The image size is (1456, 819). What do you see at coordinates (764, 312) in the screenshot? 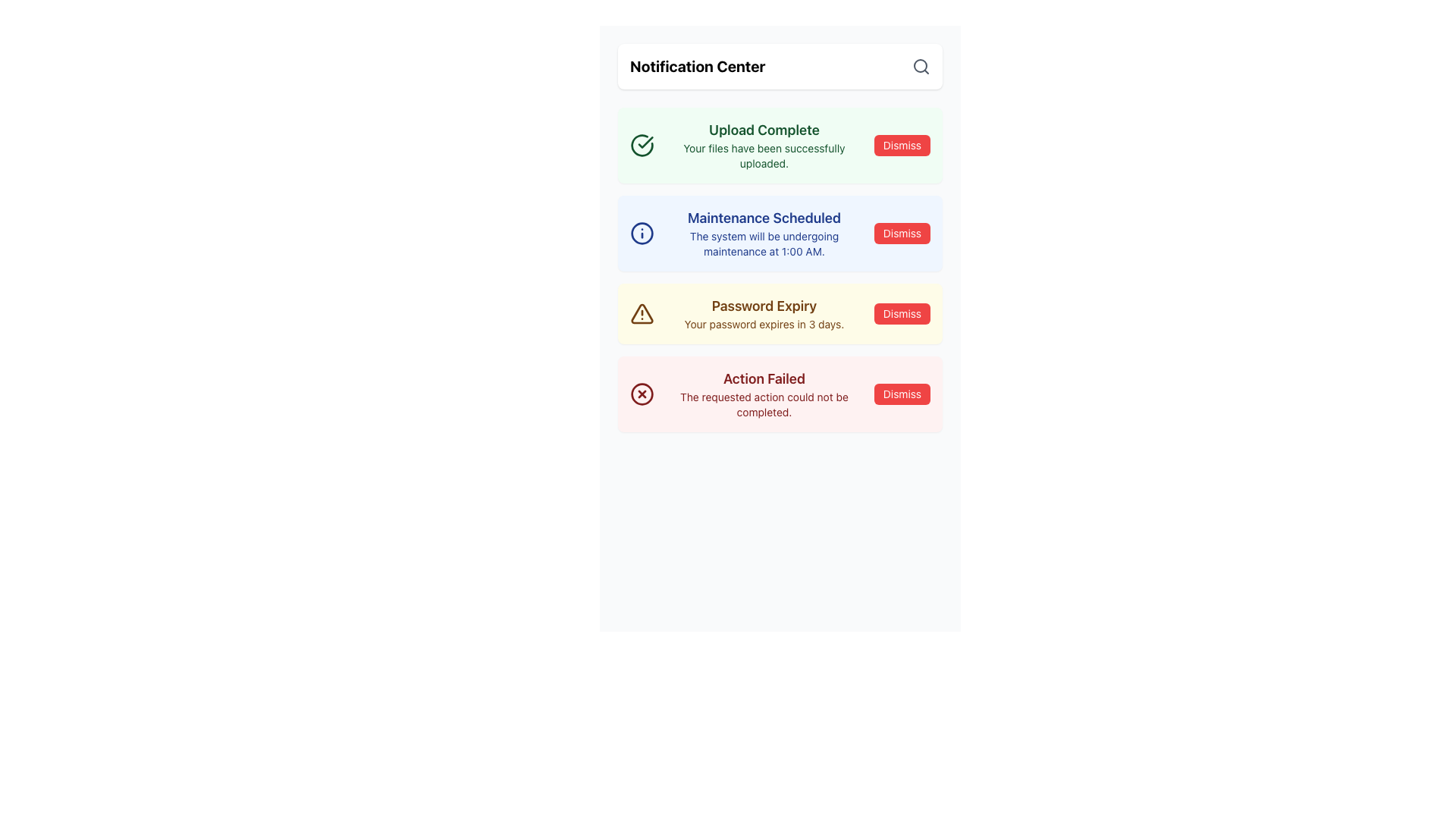
I see `notification text about the impending expiry of the user's password, which is located in the third position of the notification card in the notification center` at bounding box center [764, 312].